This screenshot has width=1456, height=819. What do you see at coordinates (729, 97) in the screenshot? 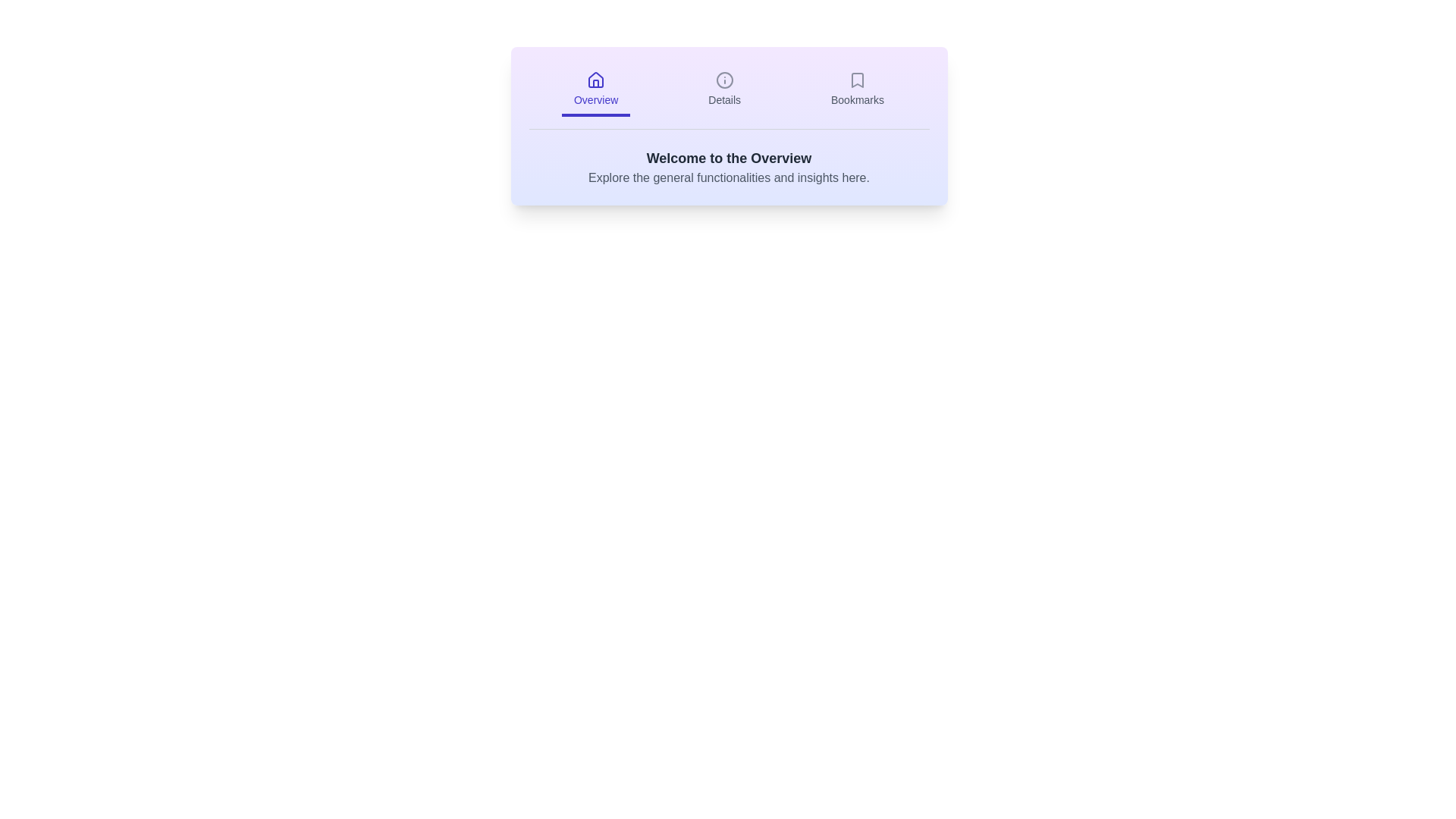
I see `the 'Details' tab in the Navigation Bar at the top of the application` at bounding box center [729, 97].